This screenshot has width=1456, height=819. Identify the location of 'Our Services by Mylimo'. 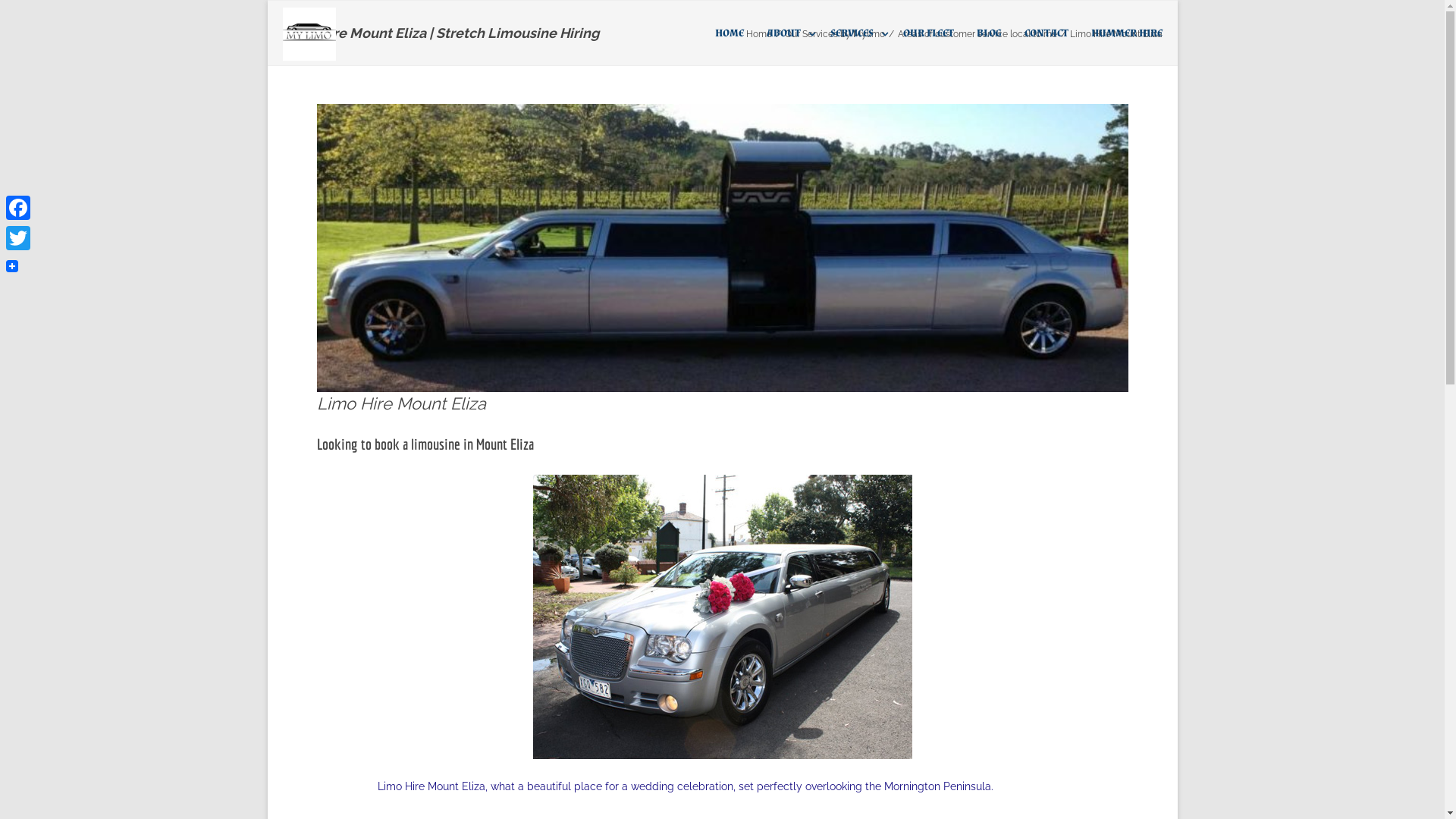
(833, 34).